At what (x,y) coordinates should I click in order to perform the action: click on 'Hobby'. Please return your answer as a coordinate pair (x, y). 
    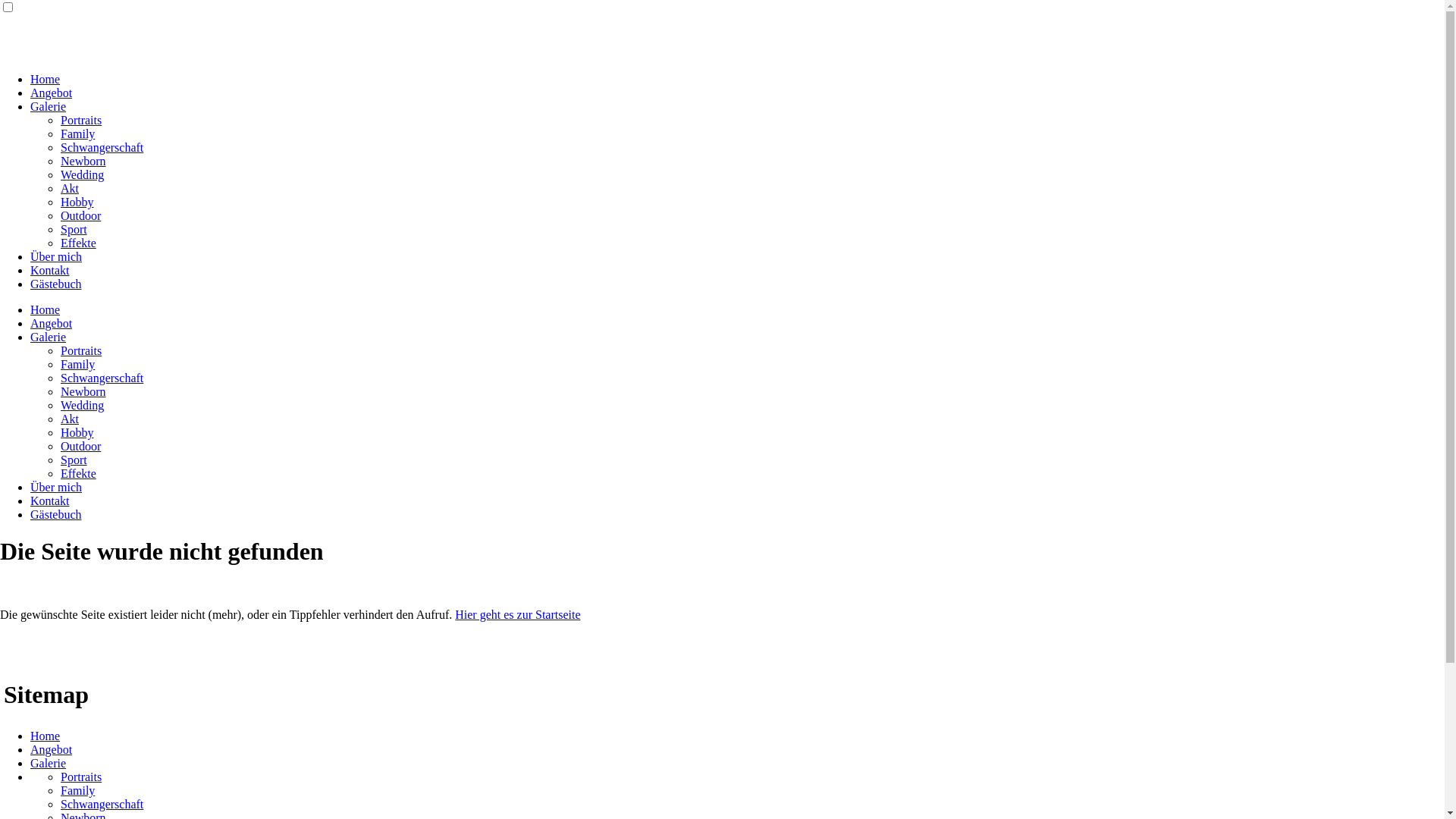
    Looking at the image, I should click on (76, 432).